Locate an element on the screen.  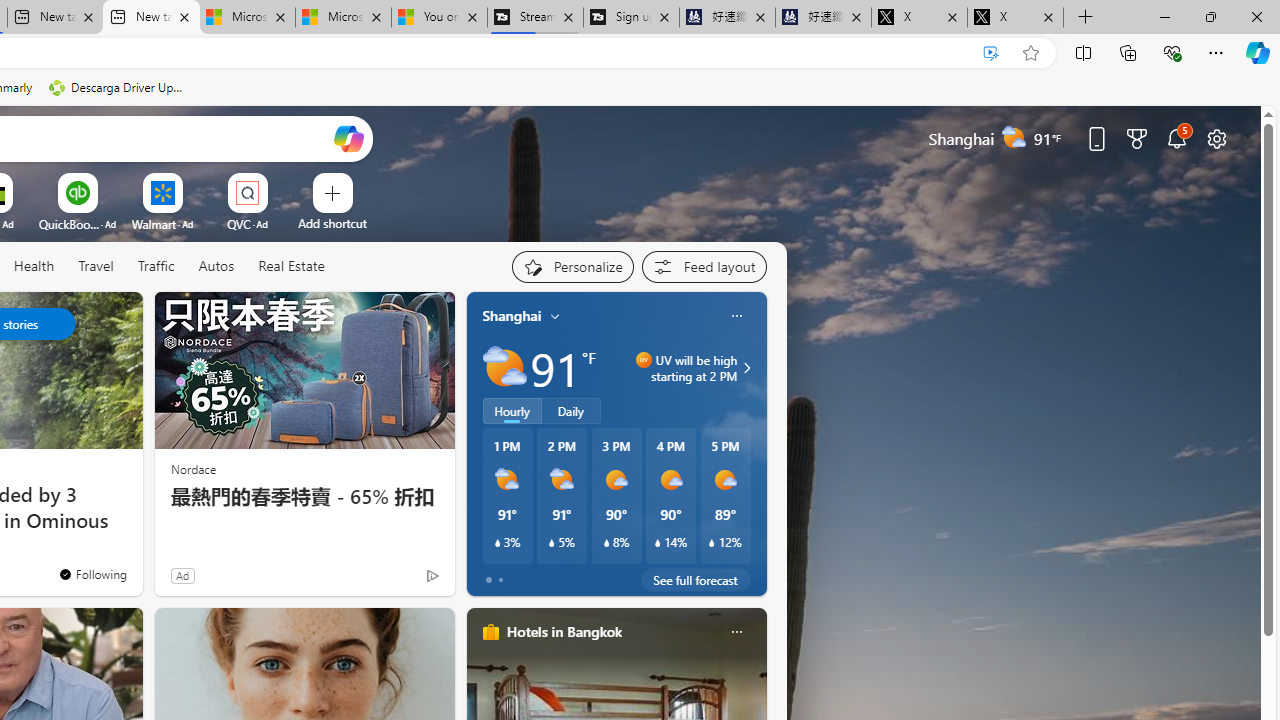
'Partly sunny' is located at coordinates (504, 368).